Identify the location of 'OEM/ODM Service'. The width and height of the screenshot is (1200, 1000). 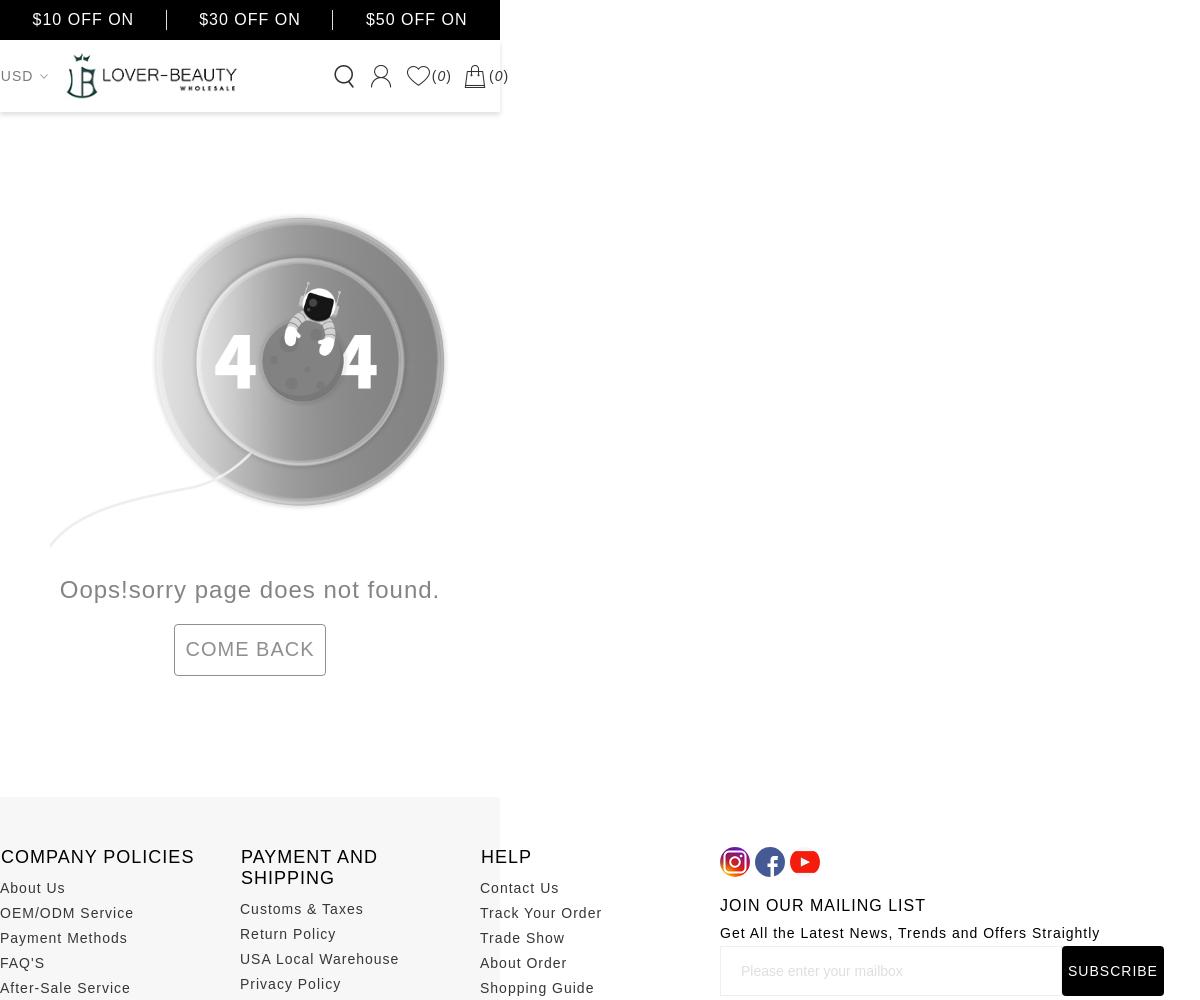
(66, 912).